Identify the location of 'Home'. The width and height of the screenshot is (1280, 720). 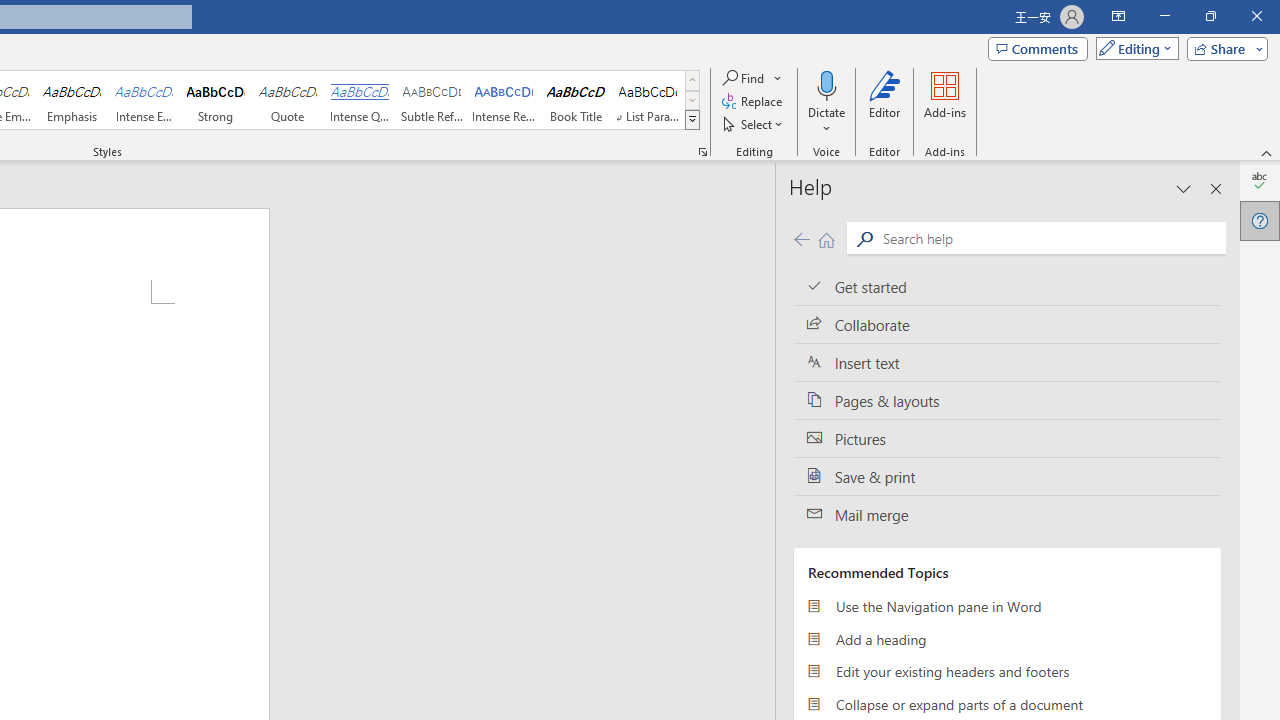
(826, 238).